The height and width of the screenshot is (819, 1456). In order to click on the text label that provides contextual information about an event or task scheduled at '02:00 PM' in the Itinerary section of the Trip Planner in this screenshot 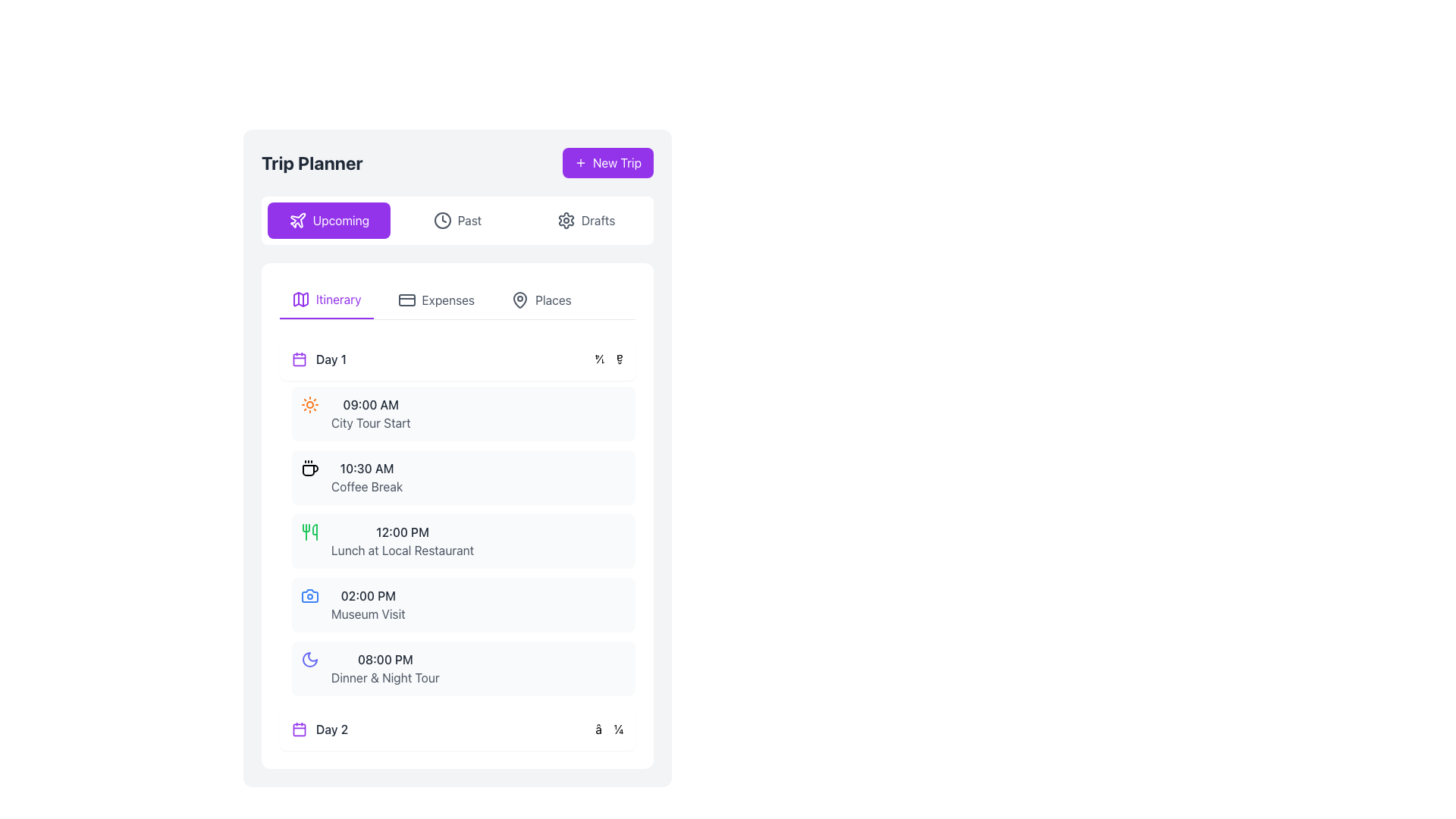, I will do `click(368, 614)`.